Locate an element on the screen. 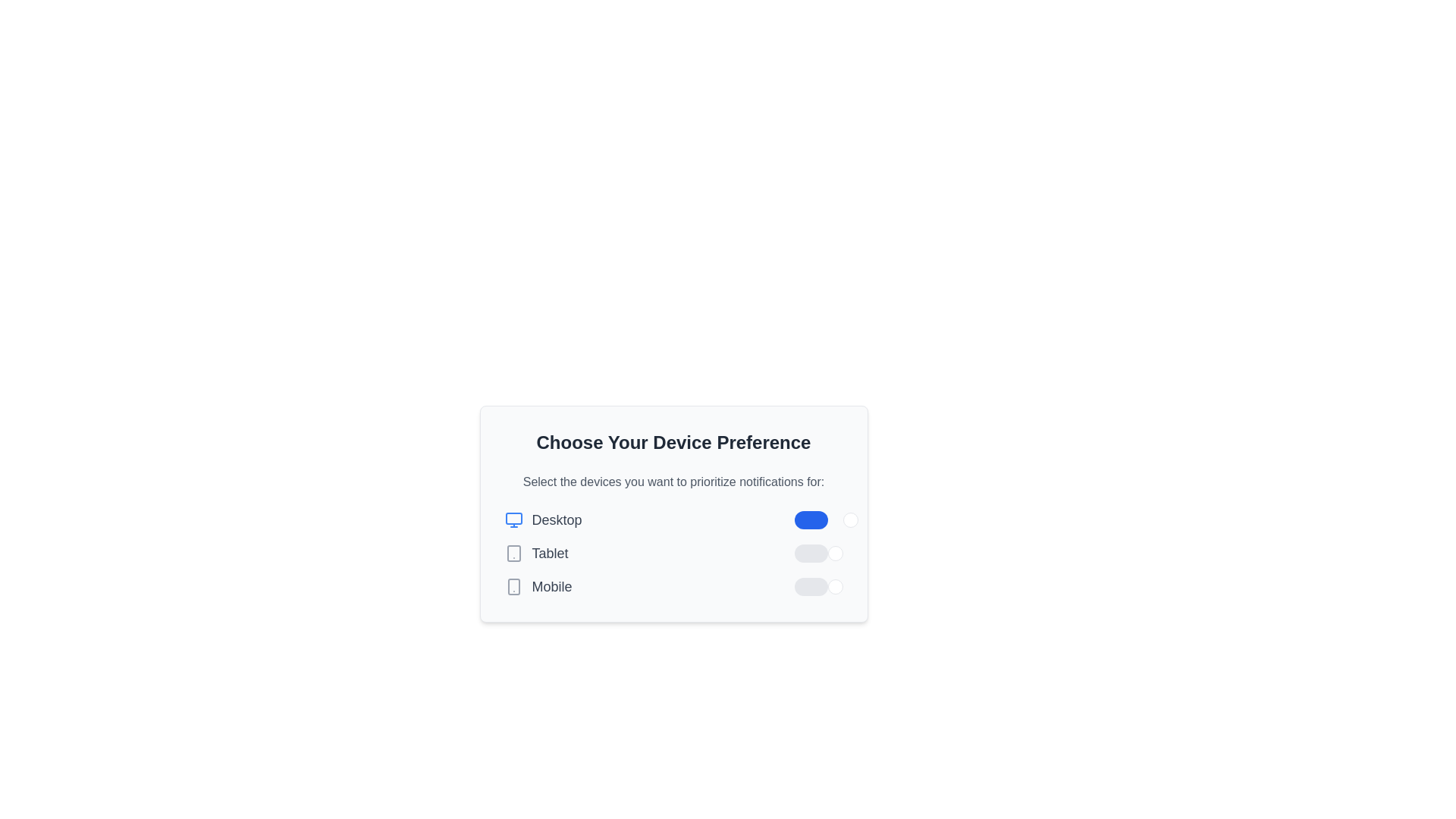 This screenshot has width=1456, height=819. the mobile device option label with an icon in the device preference selection interface, which is the third item in the list under 'Choose Your Device Preference' is located at coordinates (538, 586).